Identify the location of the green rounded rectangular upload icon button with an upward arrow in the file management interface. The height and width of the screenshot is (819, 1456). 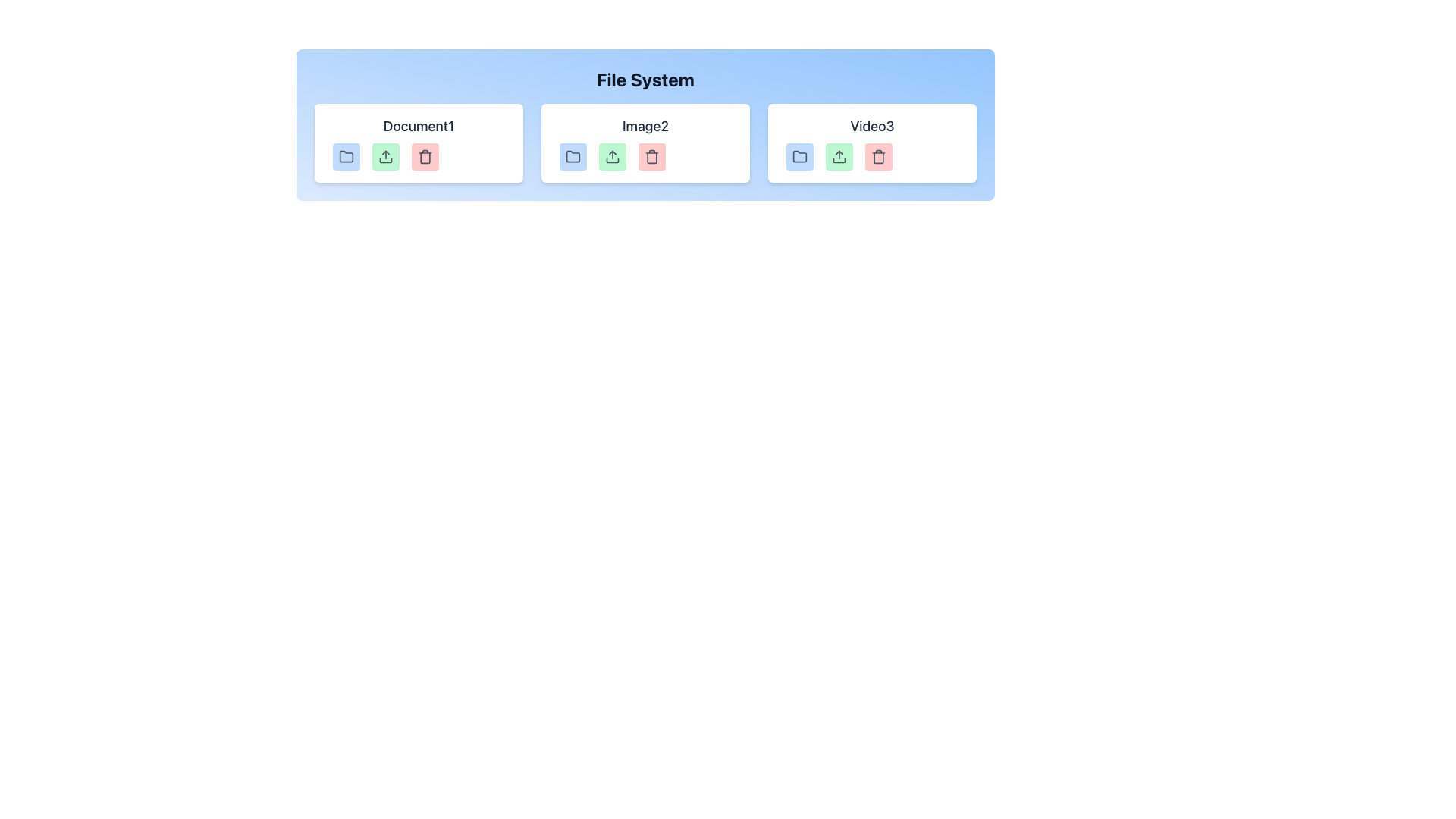
(385, 157).